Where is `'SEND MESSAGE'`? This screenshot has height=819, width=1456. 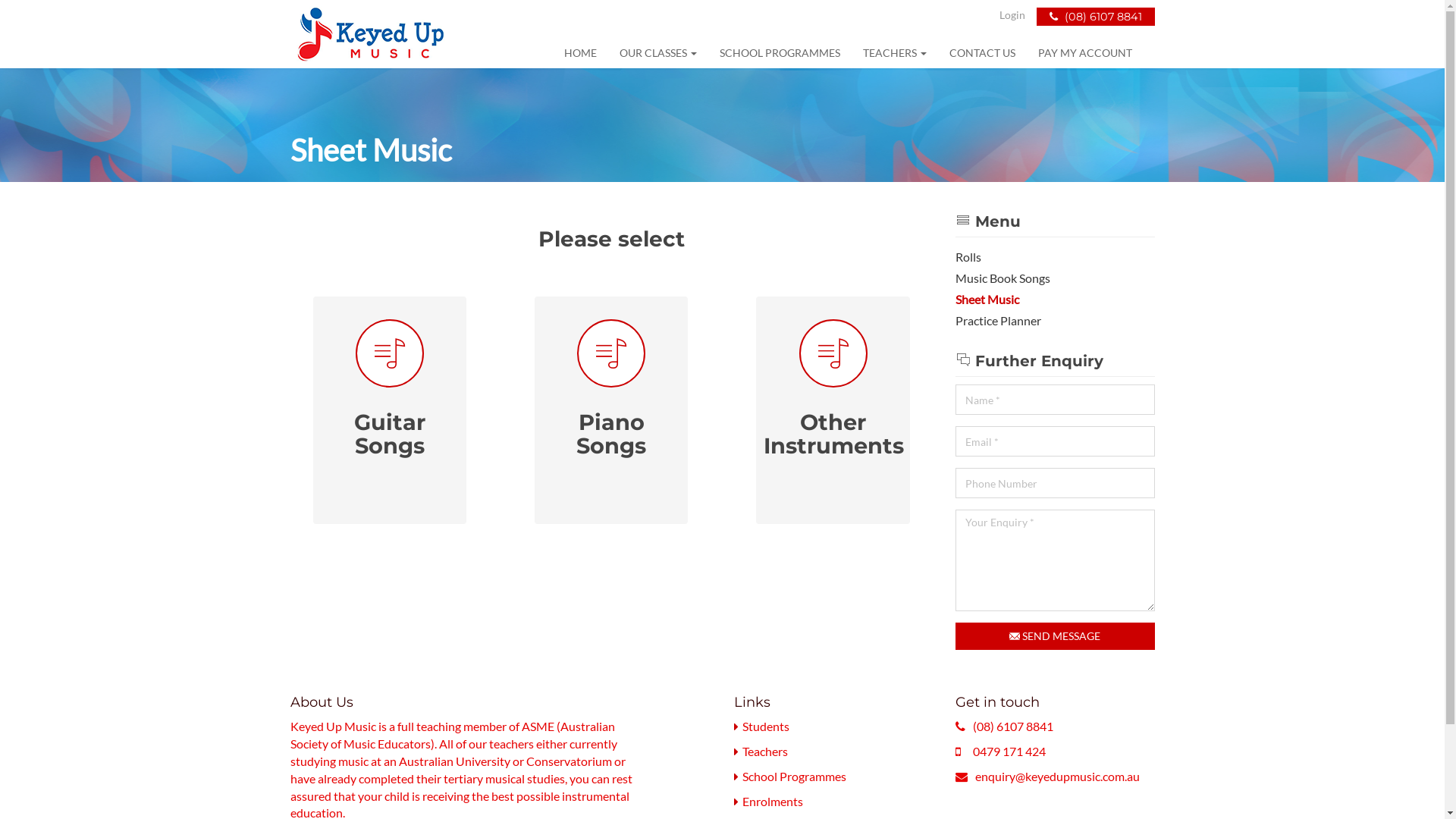 'SEND MESSAGE' is located at coordinates (1054, 636).